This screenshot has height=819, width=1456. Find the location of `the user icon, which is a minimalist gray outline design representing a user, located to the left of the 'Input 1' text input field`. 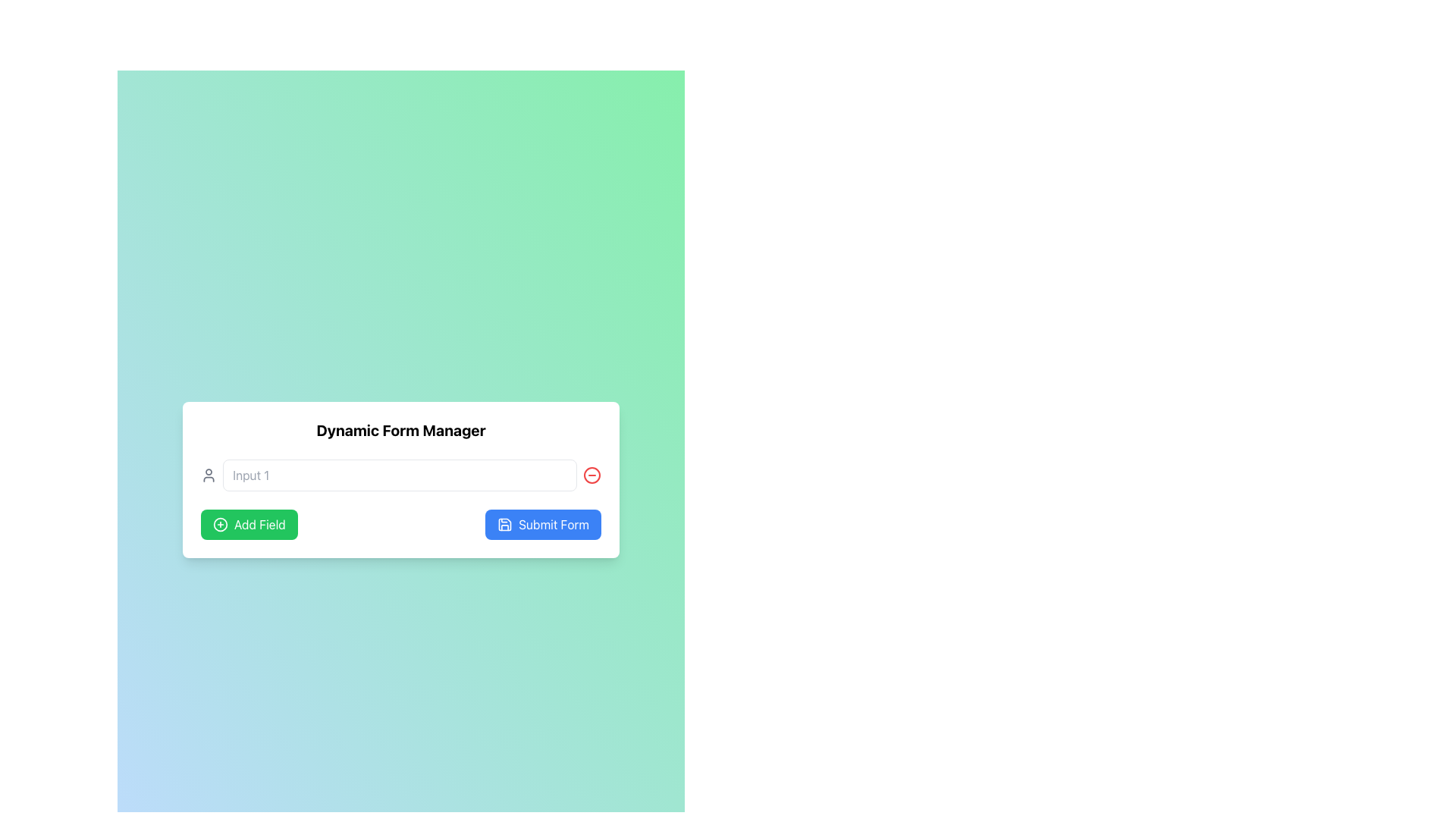

the user icon, which is a minimalist gray outline design representing a user, located to the left of the 'Input 1' text input field is located at coordinates (208, 475).